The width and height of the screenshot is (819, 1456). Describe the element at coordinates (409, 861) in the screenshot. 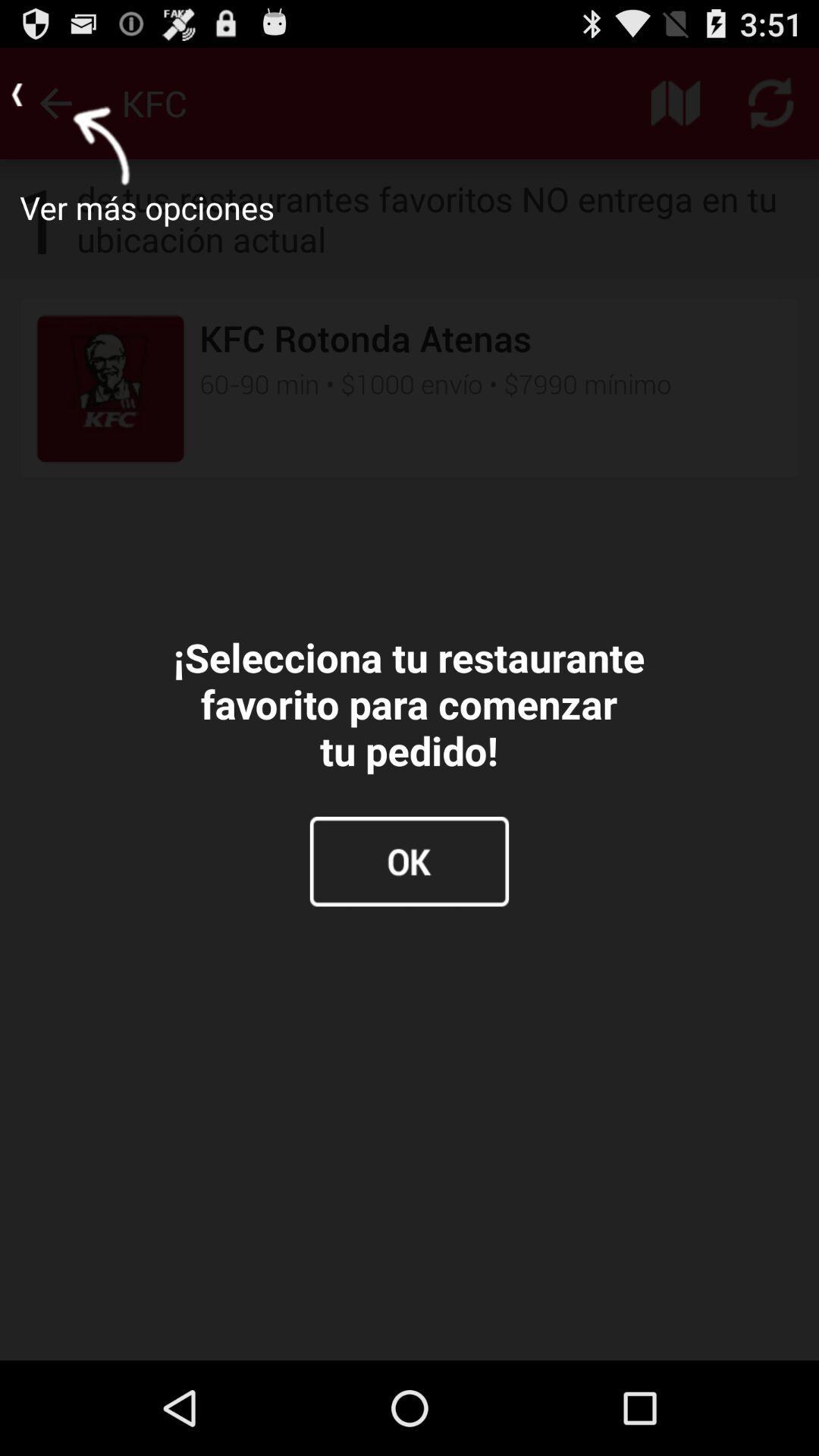

I see `the item below the selecciona tu restaurante` at that location.